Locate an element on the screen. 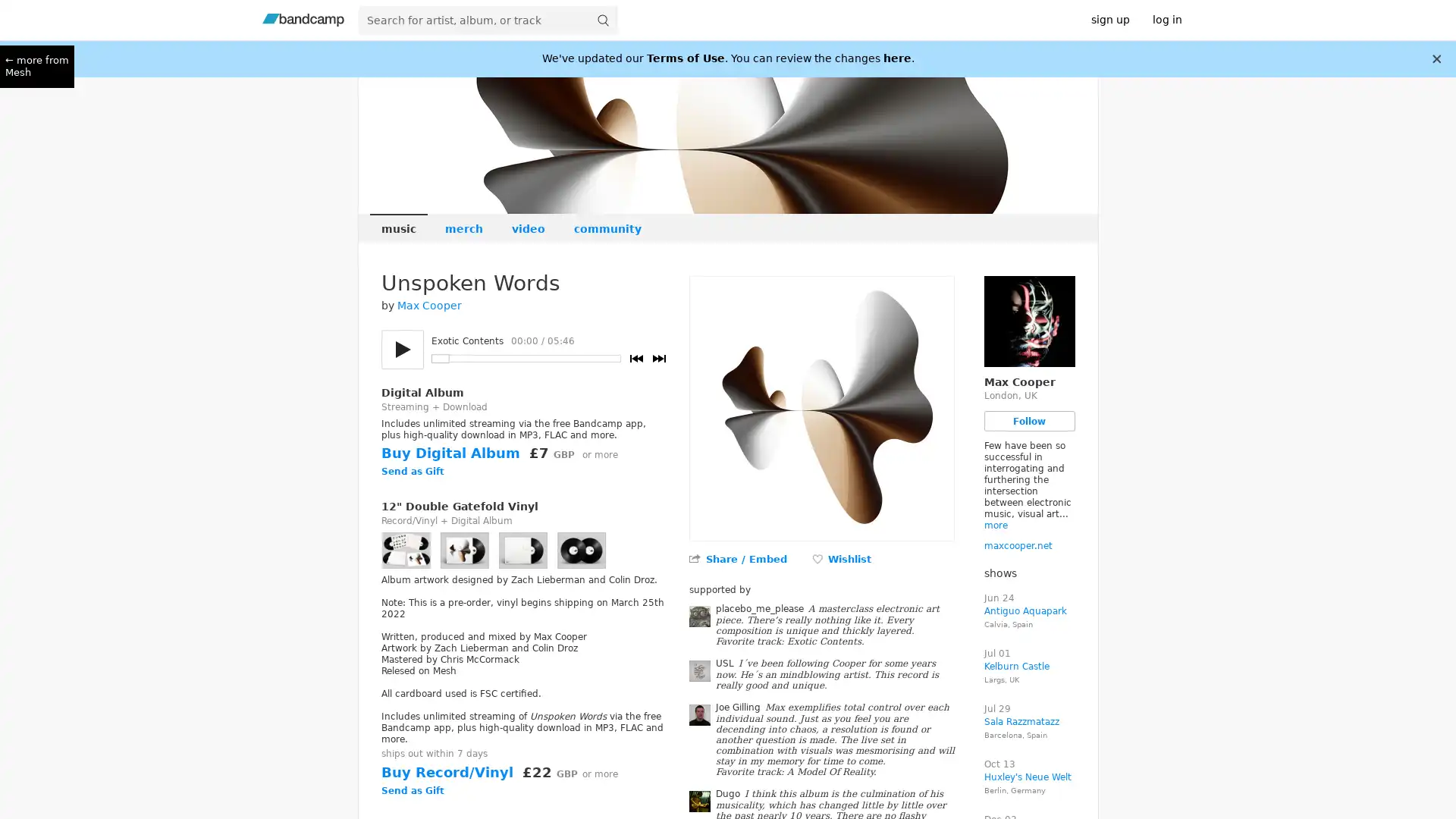  Previous track is located at coordinates (635, 359).